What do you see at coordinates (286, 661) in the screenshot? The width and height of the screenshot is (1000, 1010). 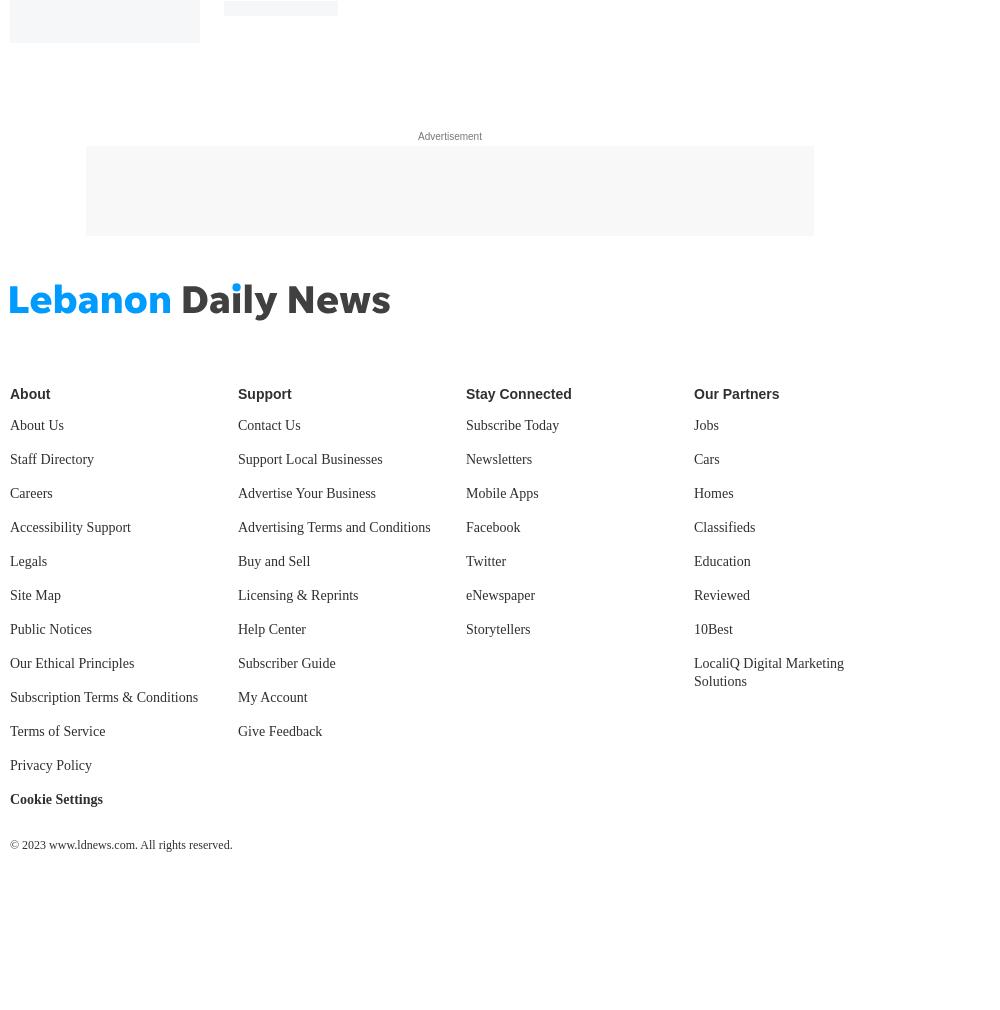 I see `'Subscriber Guide'` at bounding box center [286, 661].